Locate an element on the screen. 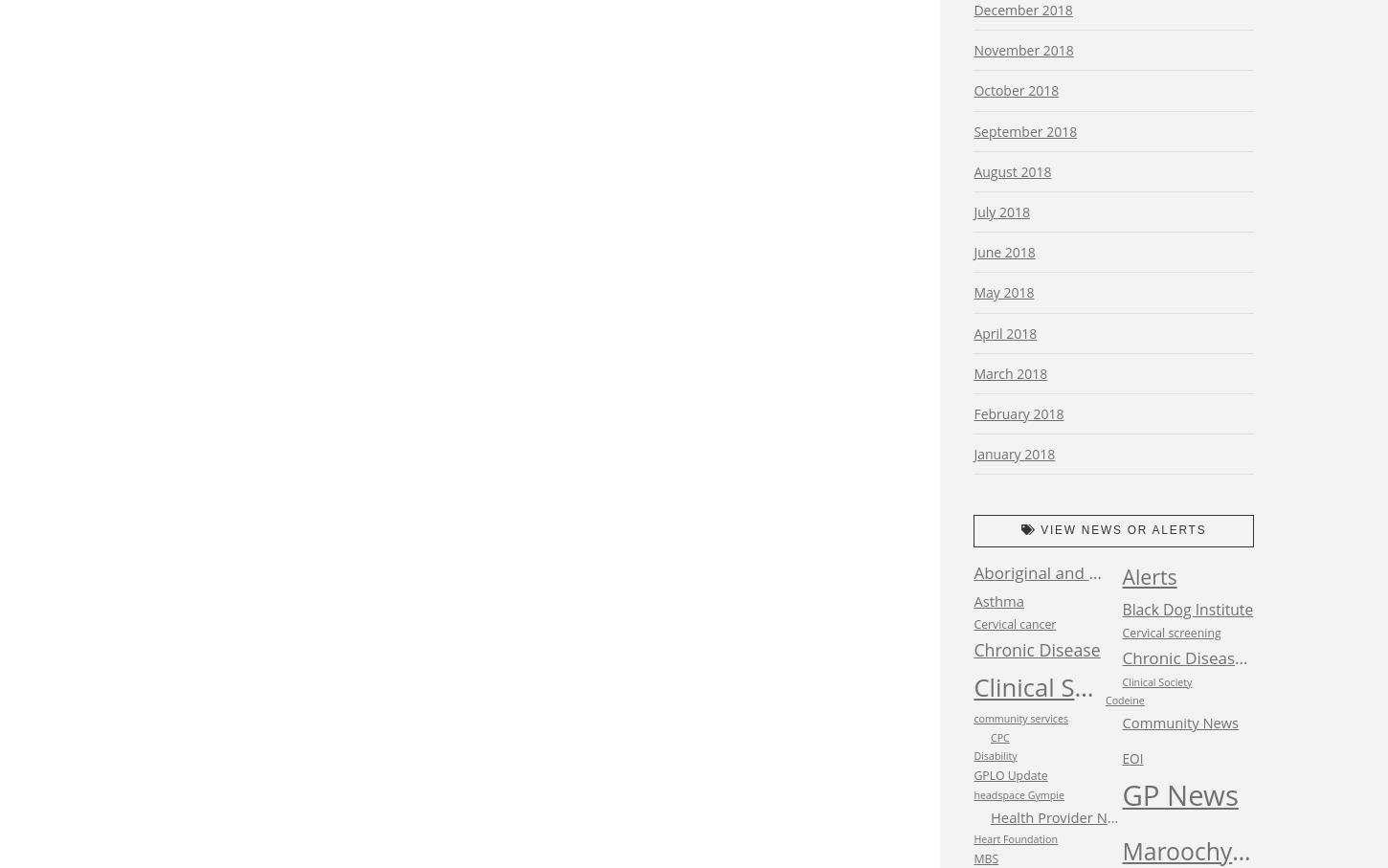 The height and width of the screenshot is (868, 1388). 'June 2018' is located at coordinates (1003, 251).